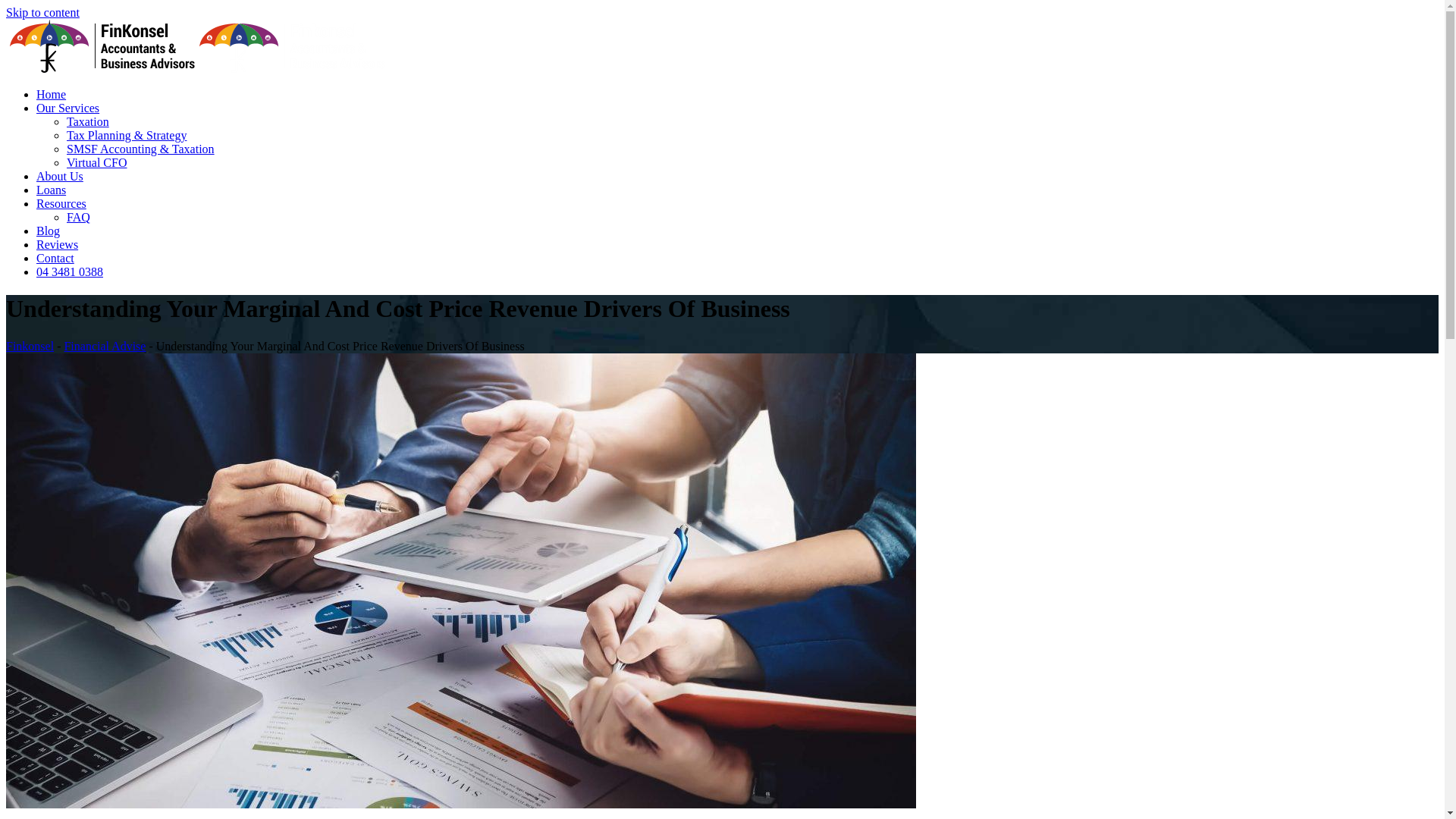  What do you see at coordinates (68, 271) in the screenshot?
I see `'04 3481 0388'` at bounding box center [68, 271].